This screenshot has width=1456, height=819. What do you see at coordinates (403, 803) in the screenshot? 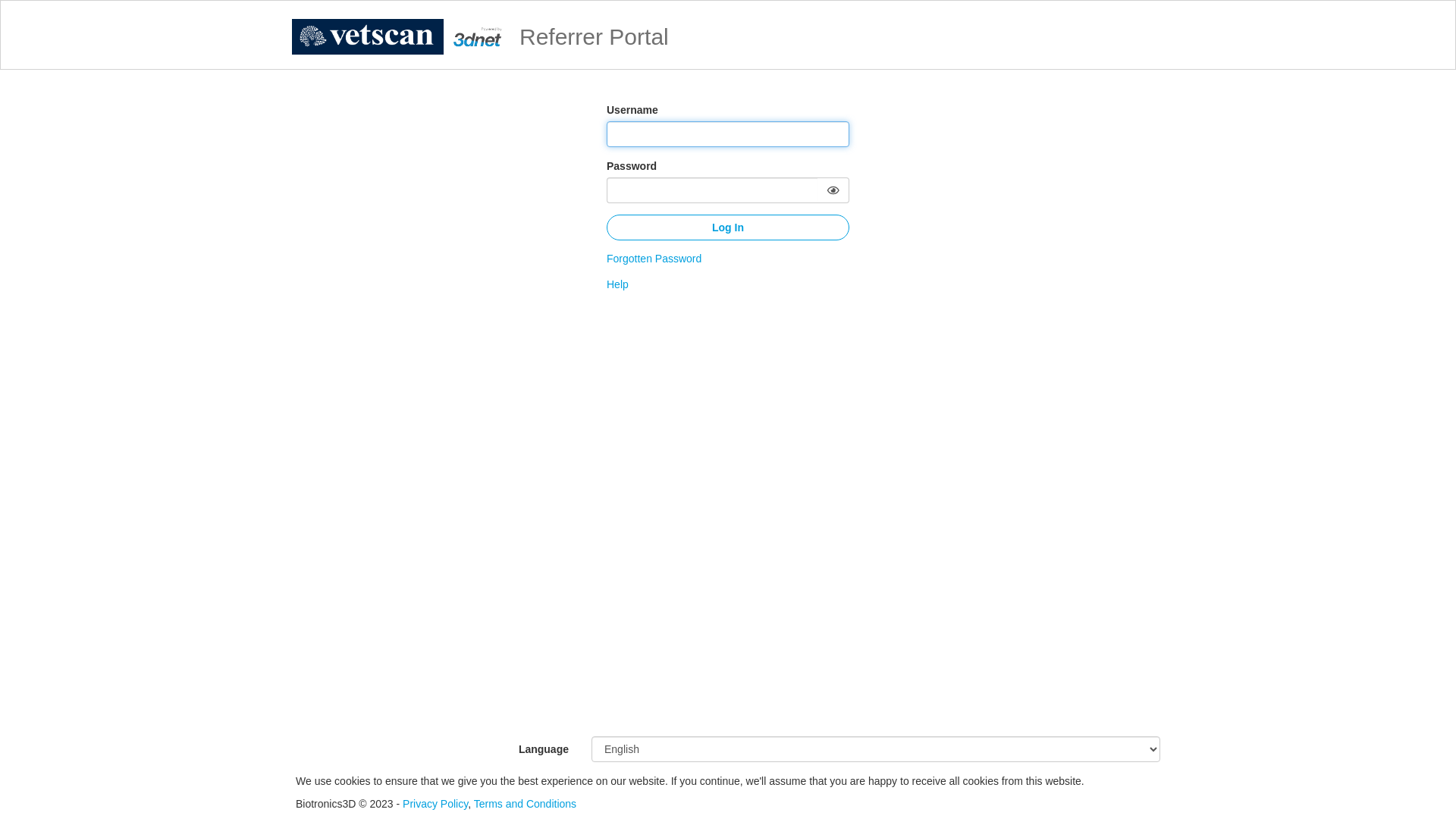
I see `'Privacy Policy'` at bounding box center [403, 803].